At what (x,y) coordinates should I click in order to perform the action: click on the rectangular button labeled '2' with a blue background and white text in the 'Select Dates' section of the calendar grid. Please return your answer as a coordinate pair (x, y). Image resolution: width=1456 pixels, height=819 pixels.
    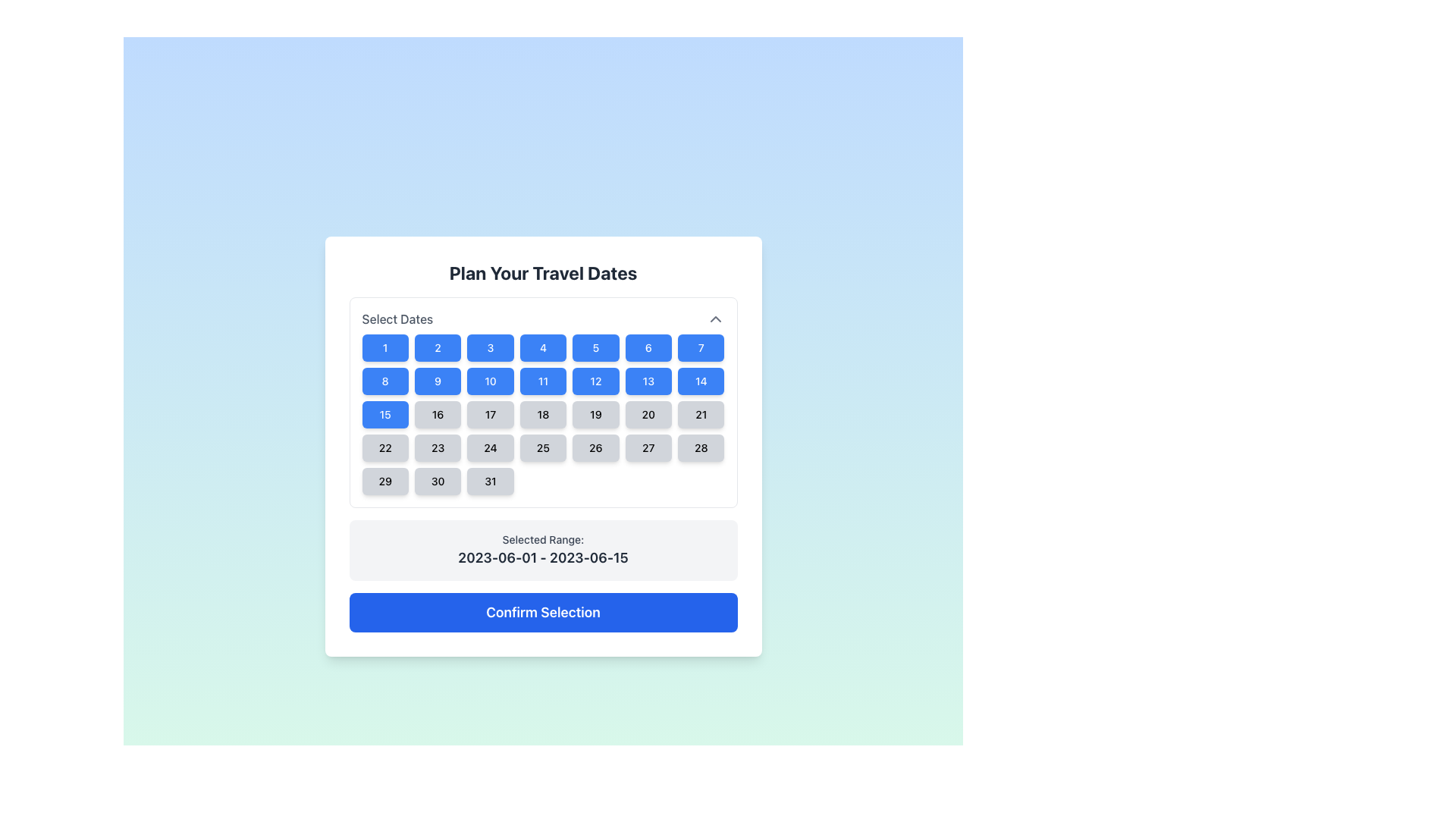
    Looking at the image, I should click on (437, 348).